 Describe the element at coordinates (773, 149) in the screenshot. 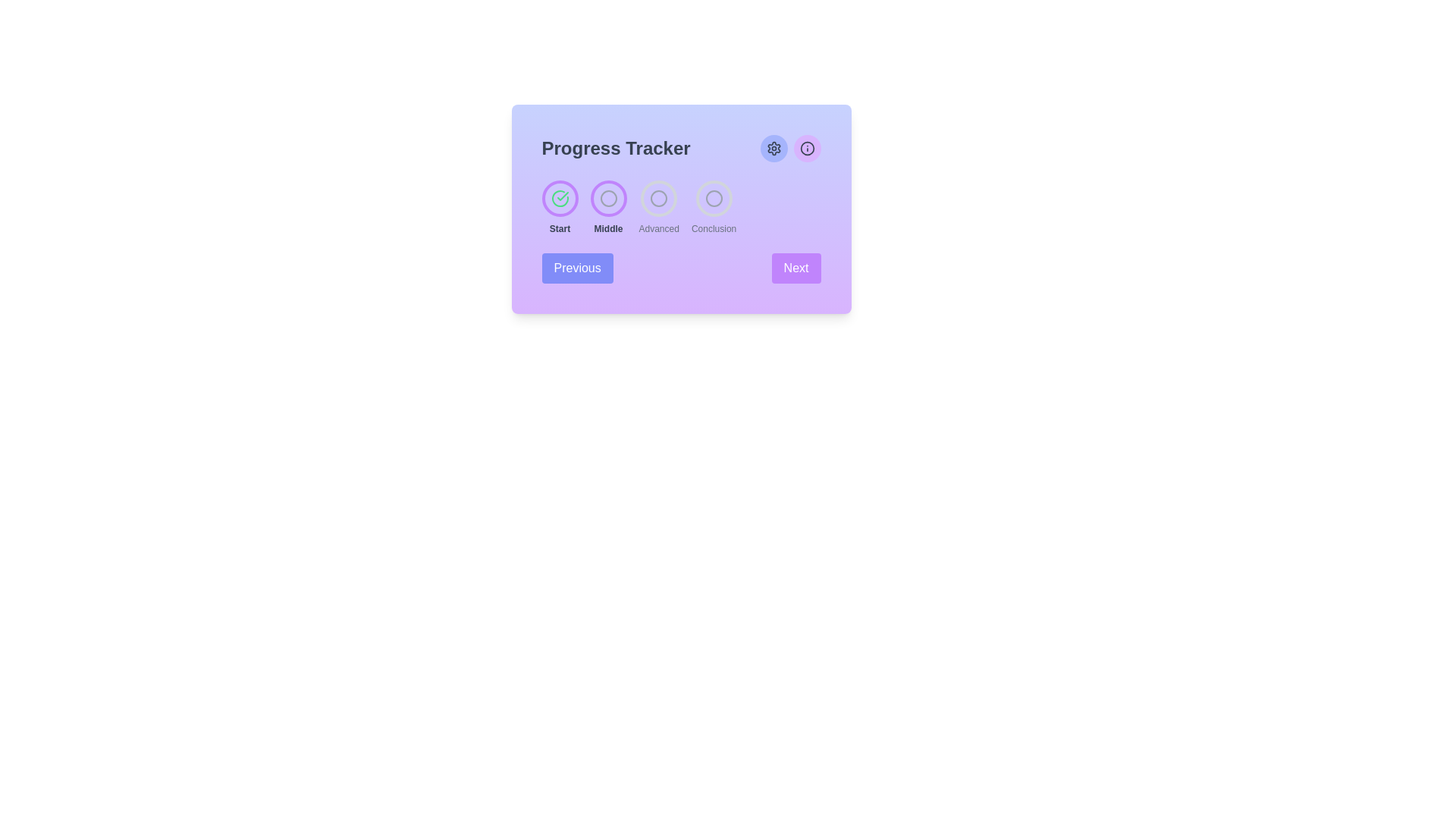

I see `the settings button located at the top-right section of the 'Progress Tracker' card to observe its hover effect` at that location.